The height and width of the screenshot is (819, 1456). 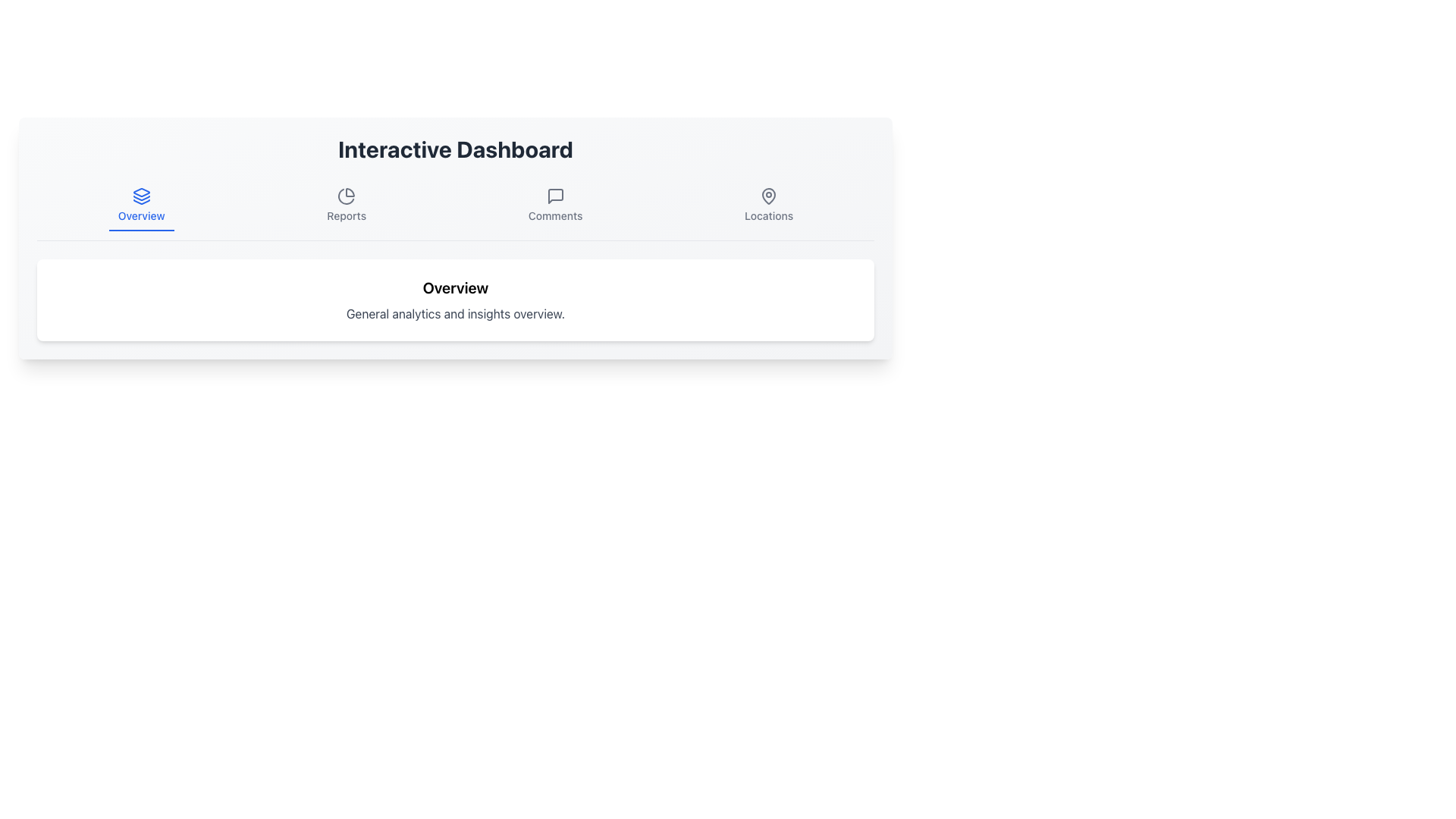 What do you see at coordinates (141, 206) in the screenshot?
I see `the 'Overview' button located in the upper-left region of the horizontal menu, which is styled with a blue color scheme and labeled with an icon of layered squares` at bounding box center [141, 206].